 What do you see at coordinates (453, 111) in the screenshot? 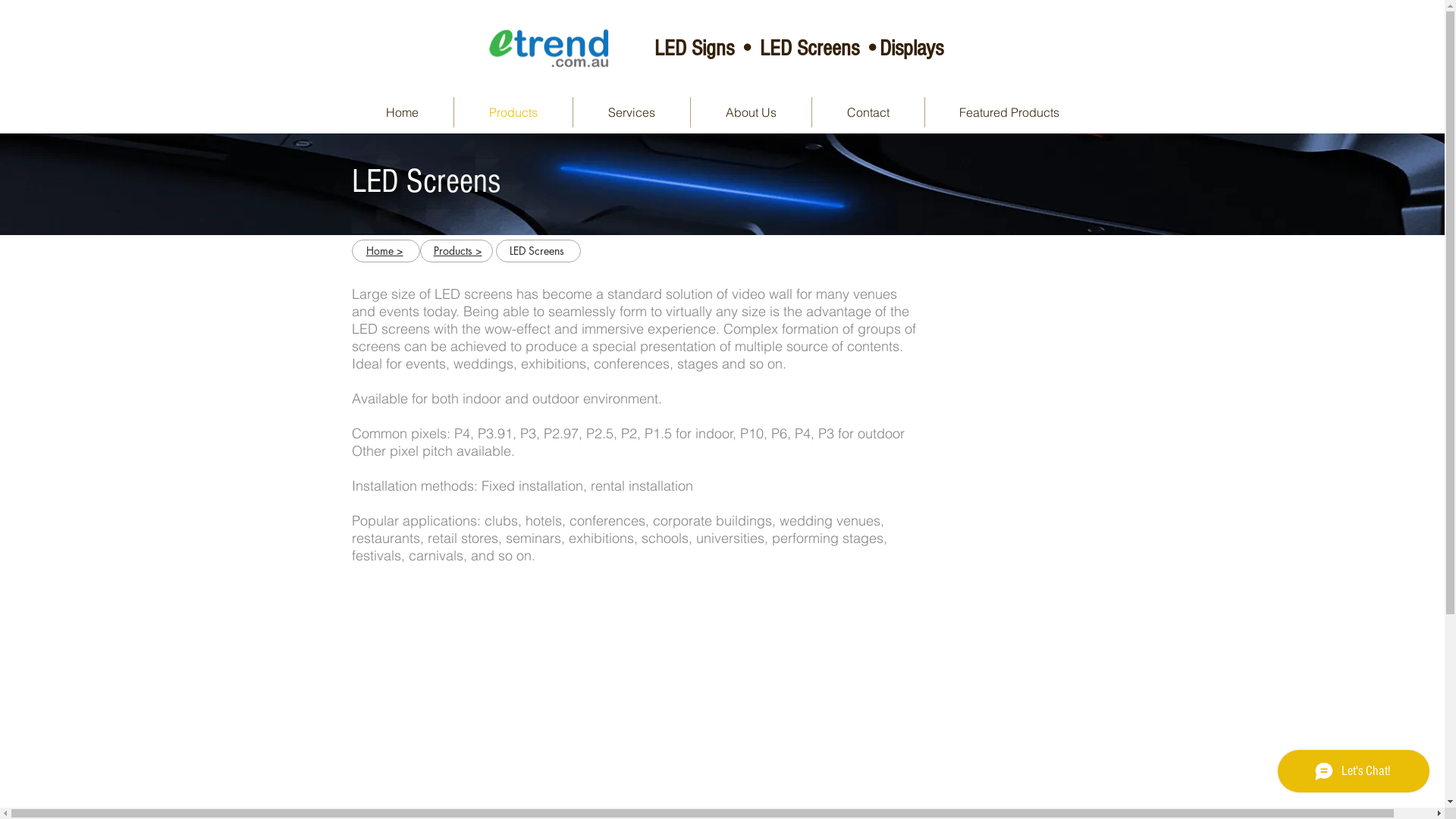
I see `'Products'` at bounding box center [453, 111].